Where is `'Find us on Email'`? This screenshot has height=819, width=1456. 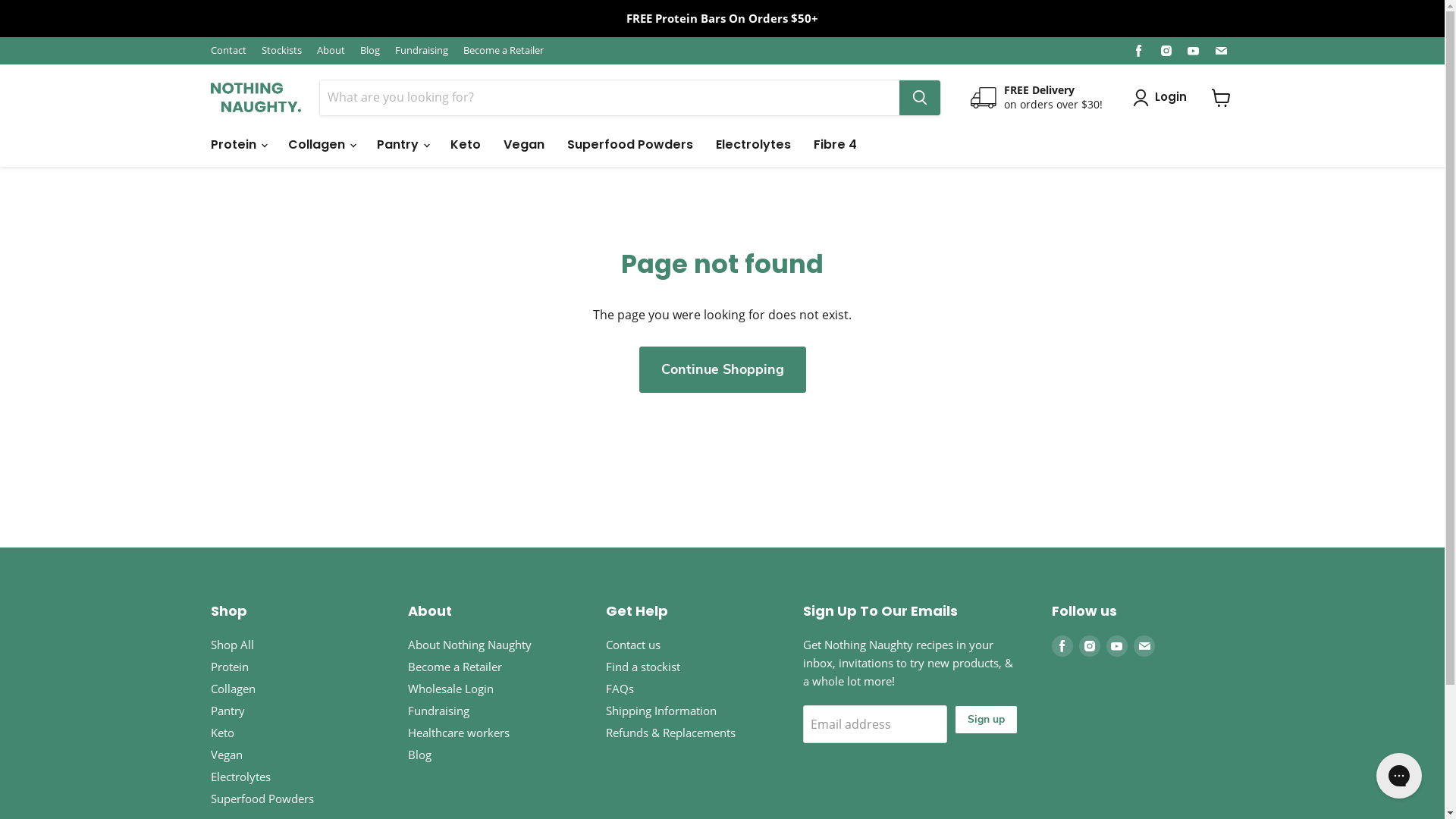 'Find us on Email' is located at coordinates (1220, 49).